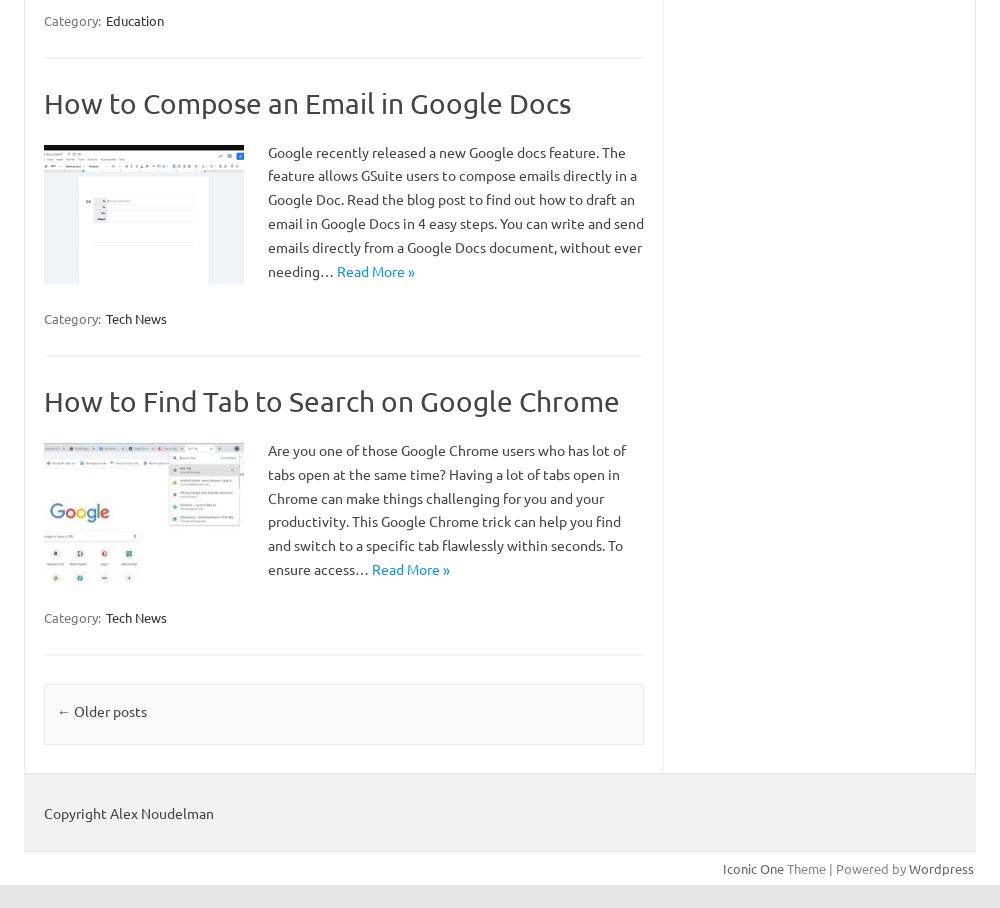 The image size is (1000, 908). Describe the element at coordinates (129, 812) in the screenshot. I see `'Copyright Alex Noudelman'` at that location.